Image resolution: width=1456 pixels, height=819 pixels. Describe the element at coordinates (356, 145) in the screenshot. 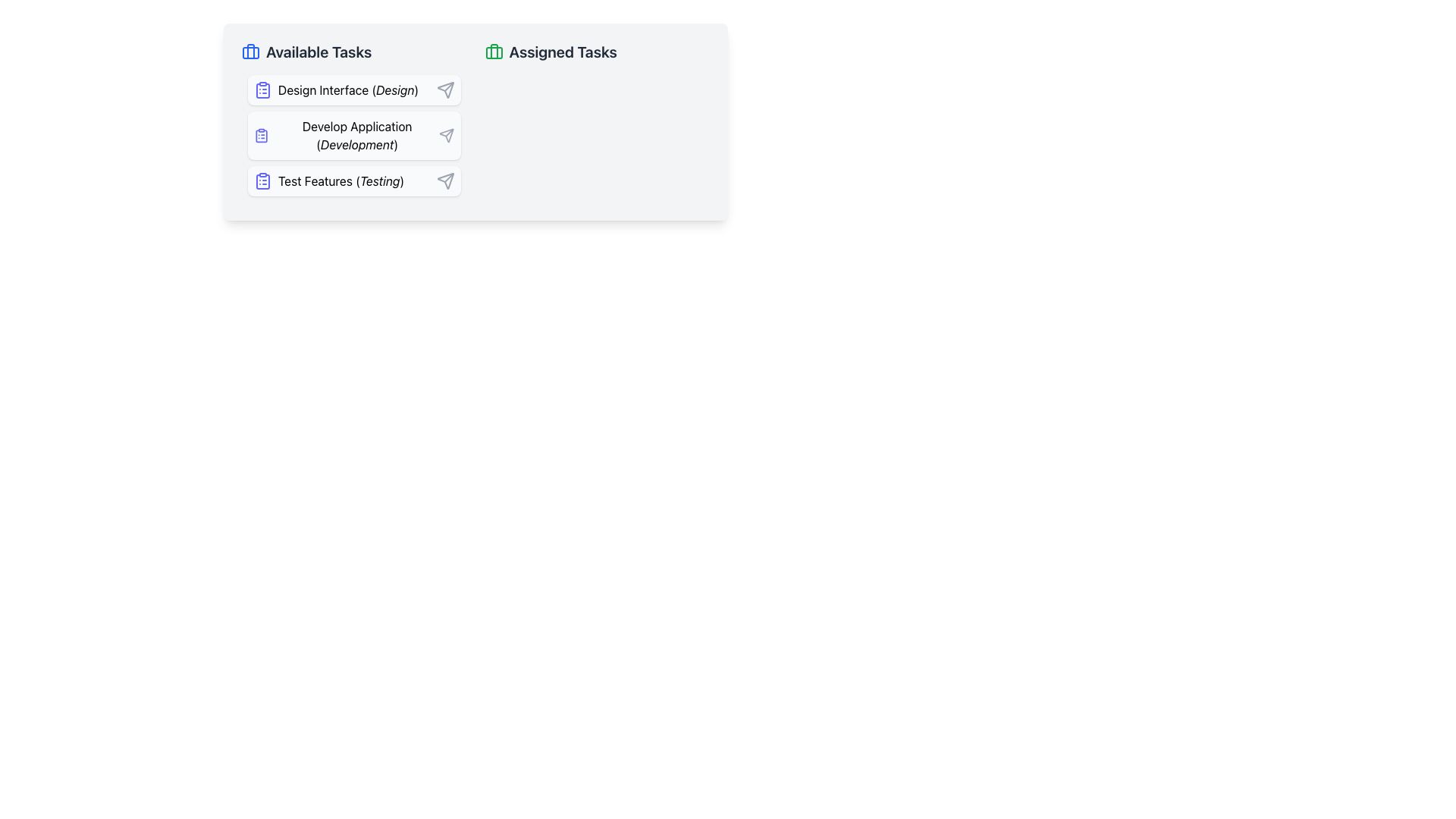

I see `the label displaying the text 'Development', which is styled in a smaller italicized font and located immediately after 'Develop Application' in the task list under 'Available Tasks'` at that location.